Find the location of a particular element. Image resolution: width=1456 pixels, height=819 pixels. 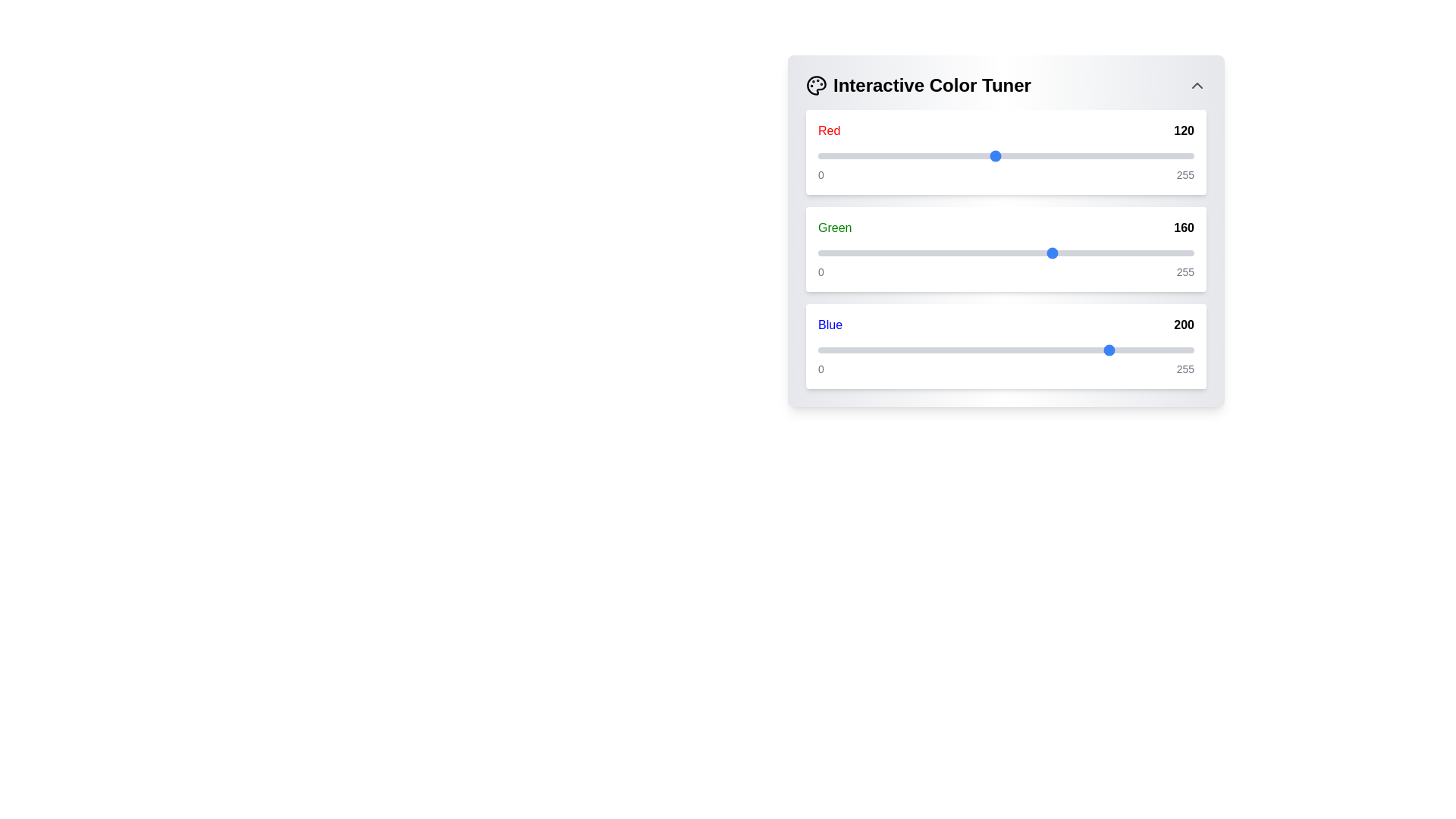

the 'Red' slider value label displaying '0' to '255', which is subtly styled in gray and positioned below the corresponding slider bar is located at coordinates (1006, 174).